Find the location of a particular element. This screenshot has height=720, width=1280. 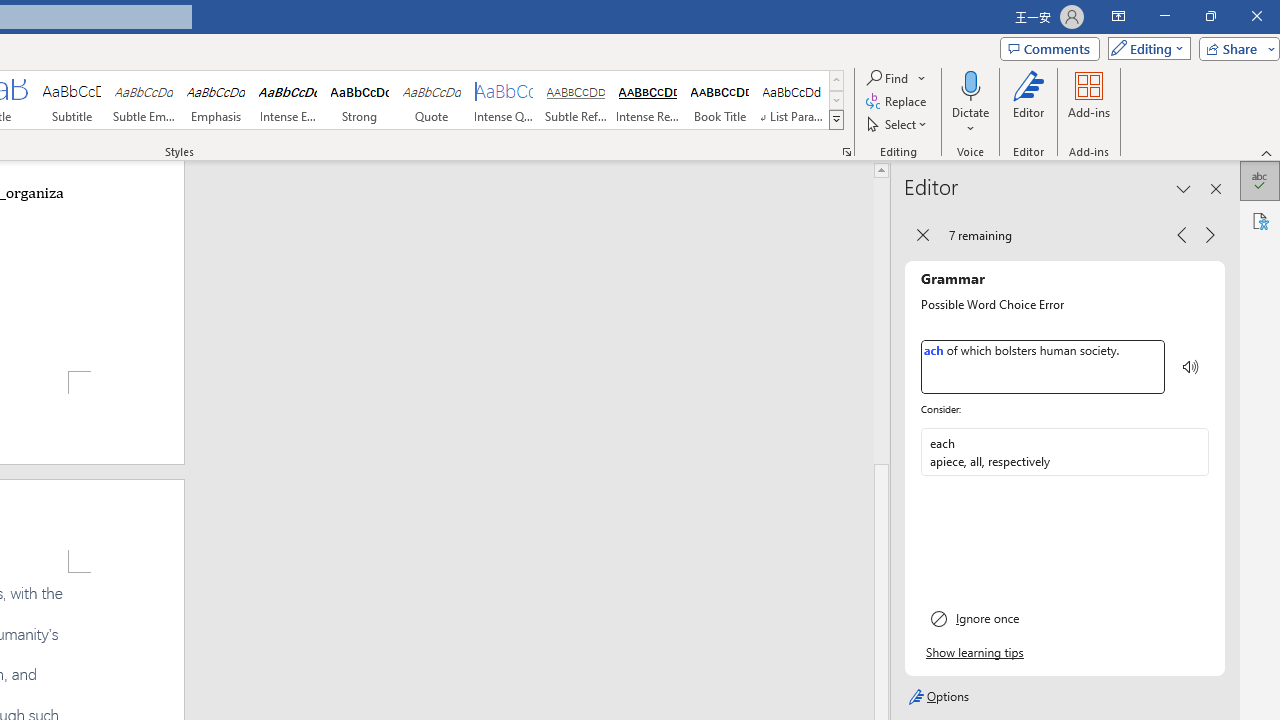

'AutomationID: DrillInPane_ReadContext' is located at coordinates (1191, 367).